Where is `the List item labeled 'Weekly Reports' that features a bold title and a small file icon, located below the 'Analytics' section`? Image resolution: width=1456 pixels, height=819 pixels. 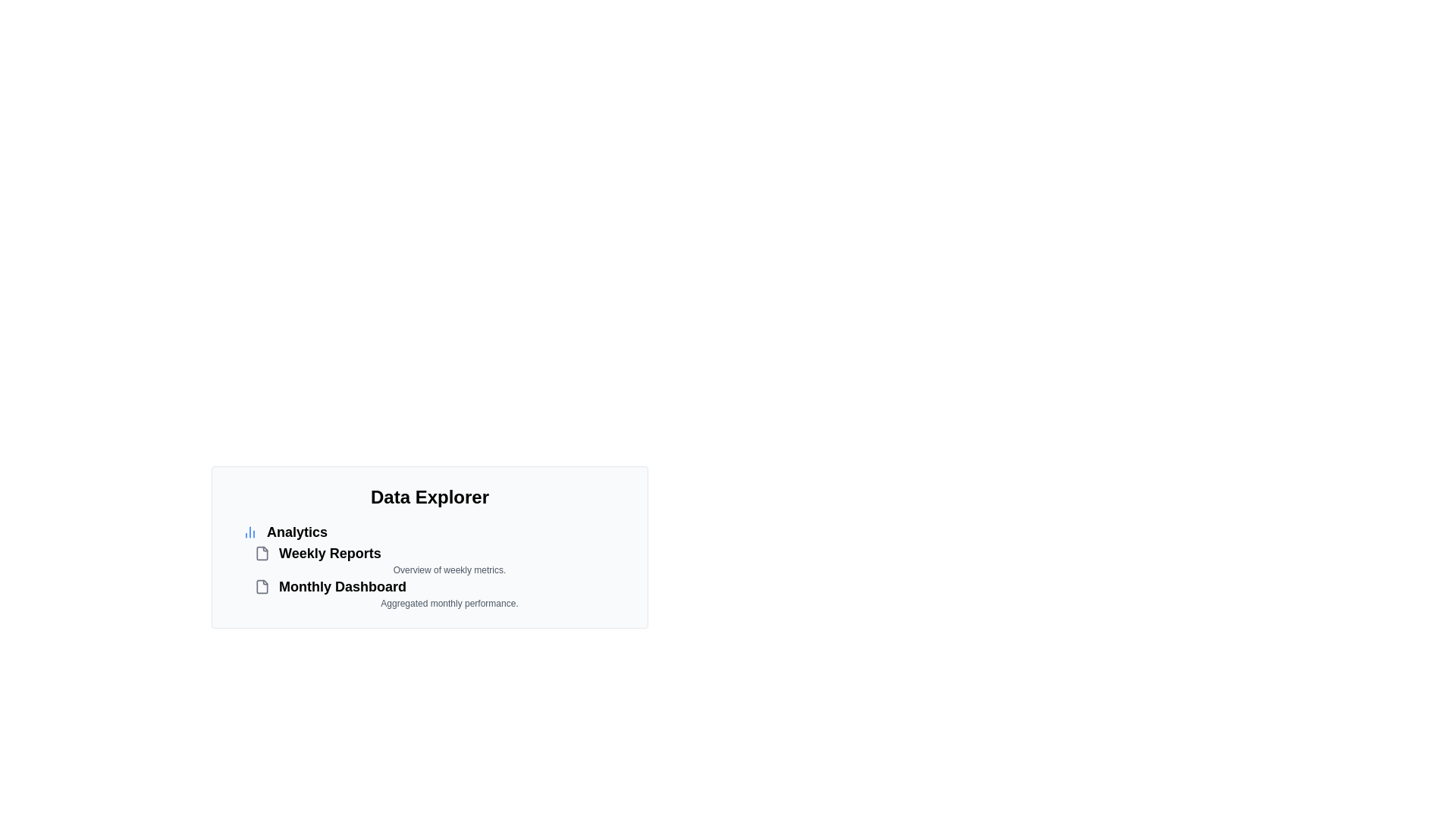 the List item labeled 'Weekly Reports' that features a bold title and a small file icon, located below the 'Analytics' section is located at coordinates (441, 559).